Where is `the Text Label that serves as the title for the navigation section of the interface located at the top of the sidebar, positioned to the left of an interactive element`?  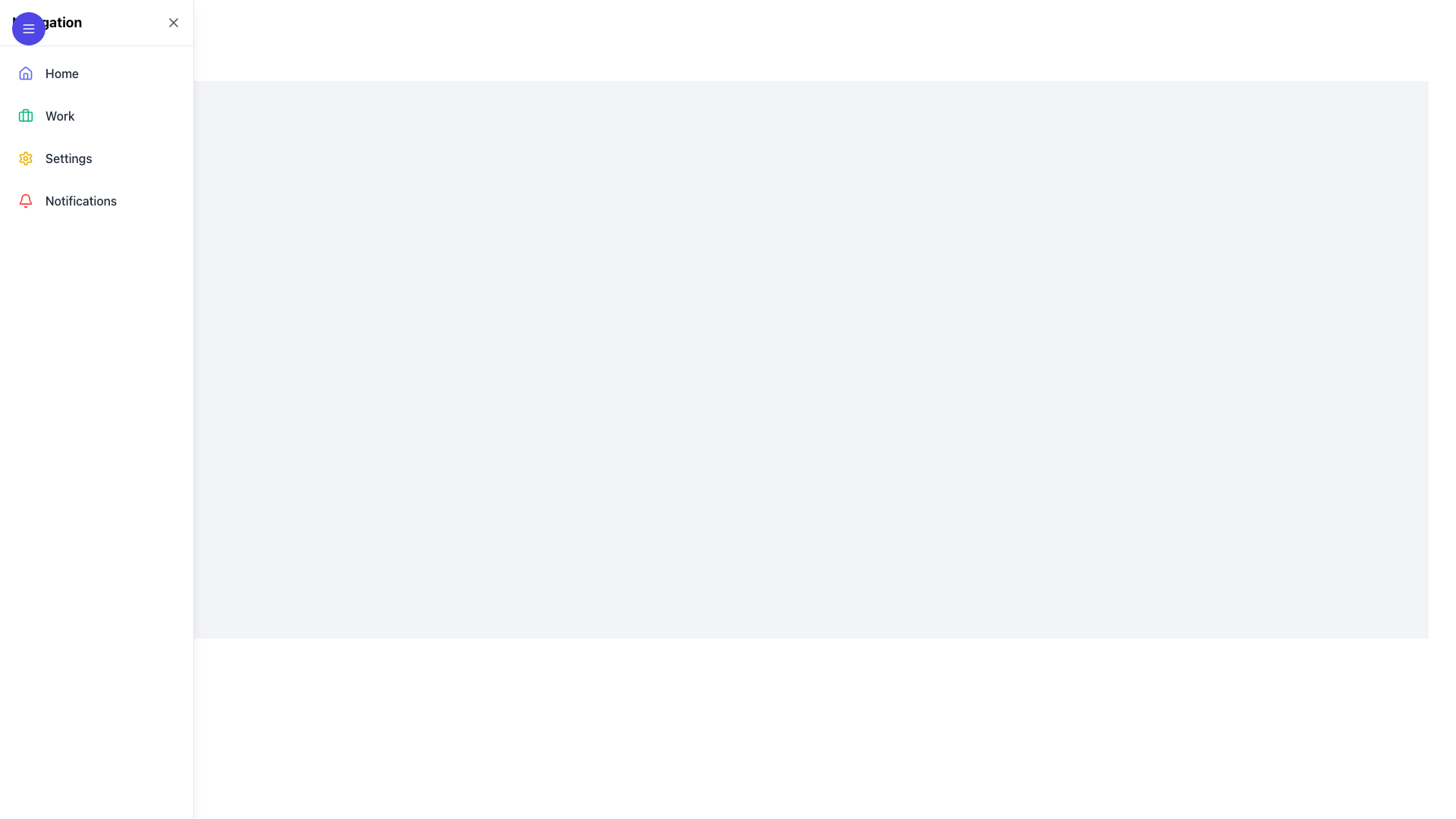 the Text Label that serves as the title for the navigation section of the interface located at the top of the sidebar, positioned to the left of an interactive element is located at coordinates (47, 23).